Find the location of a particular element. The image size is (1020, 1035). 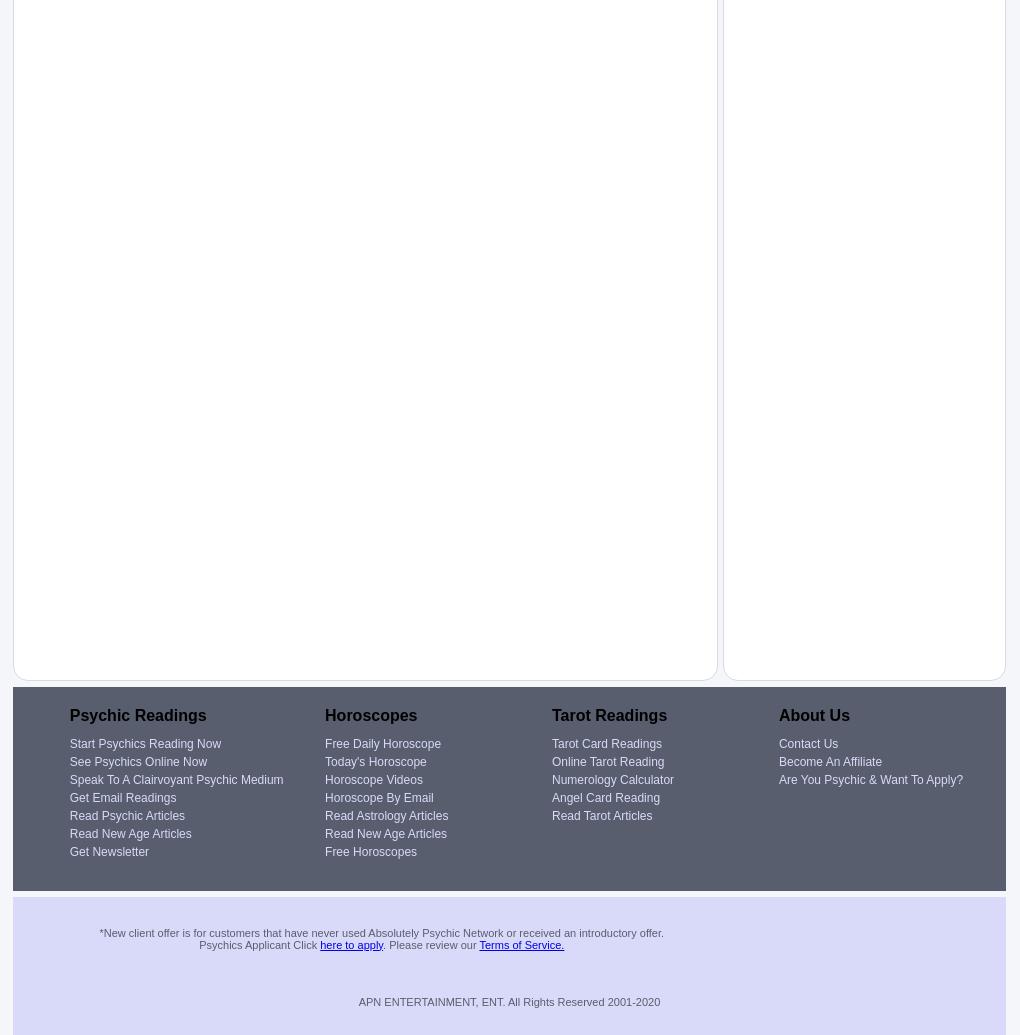

'See Psychics Online Now' is located at coordinates (138, 760).